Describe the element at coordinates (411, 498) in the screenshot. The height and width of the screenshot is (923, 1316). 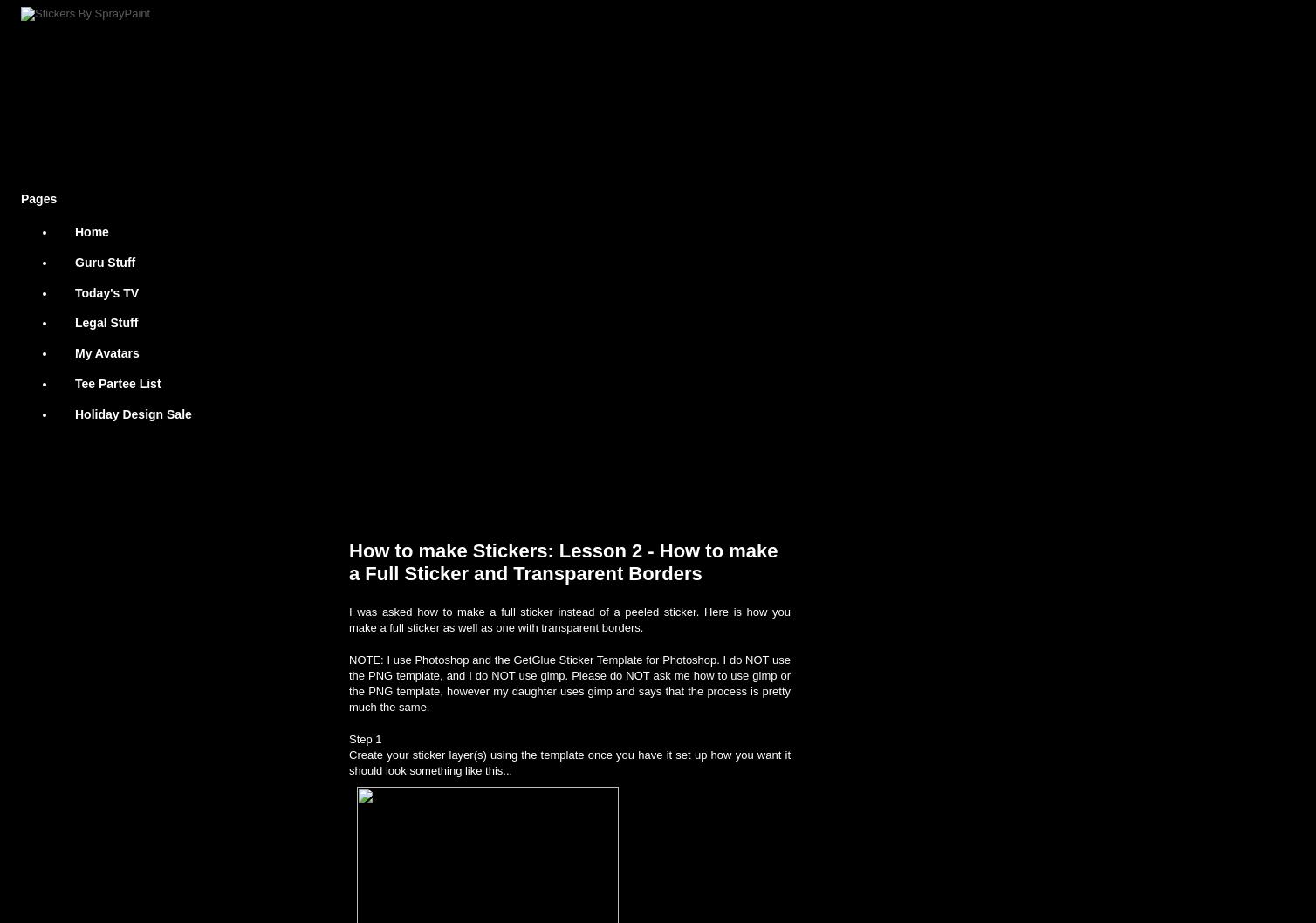
I see `'Tuesday, July 12, 2011'` at that location.